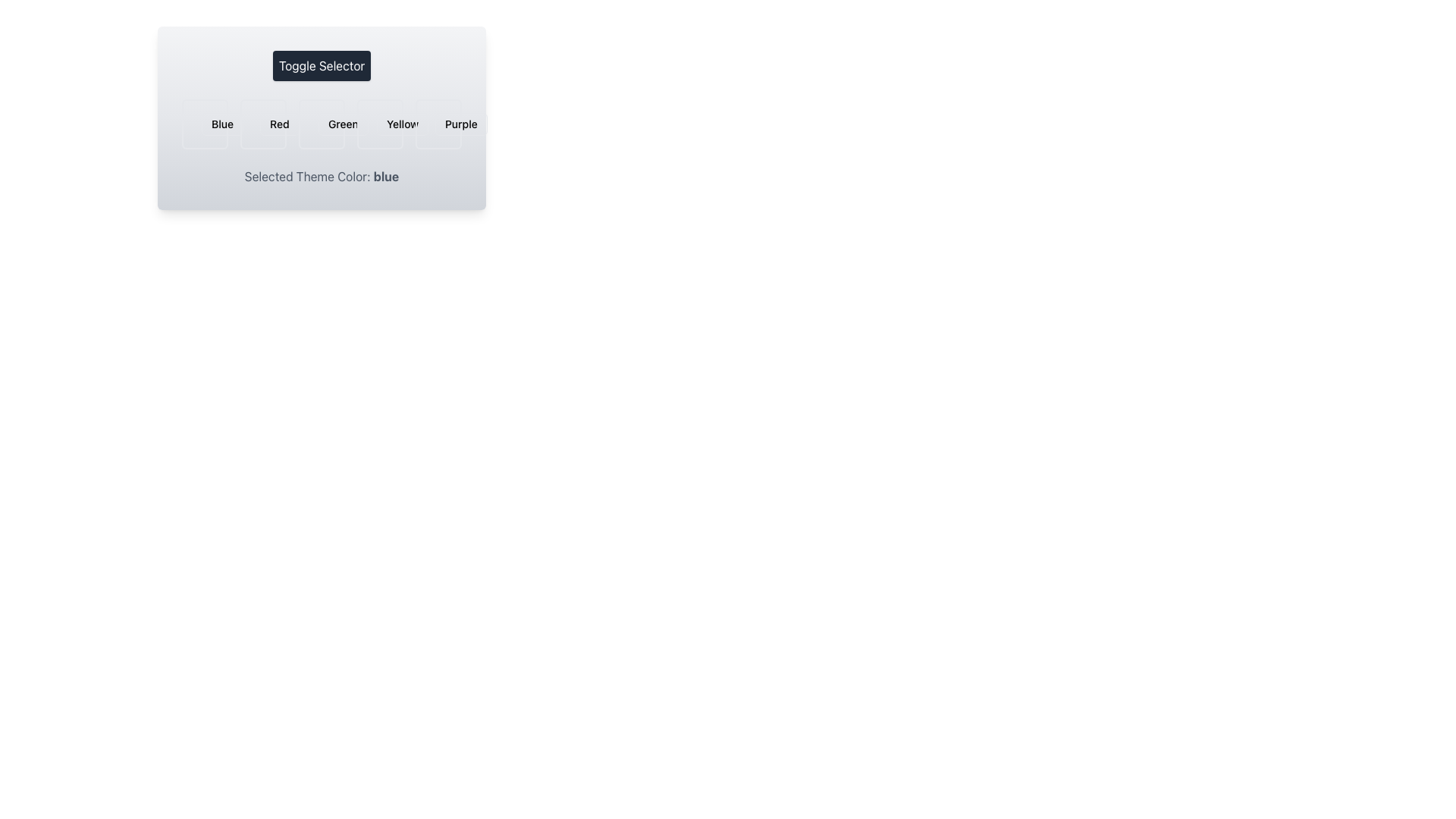  I want to click on the rectangular button with rounded corners labeled 'Purple', so click(460, 124).